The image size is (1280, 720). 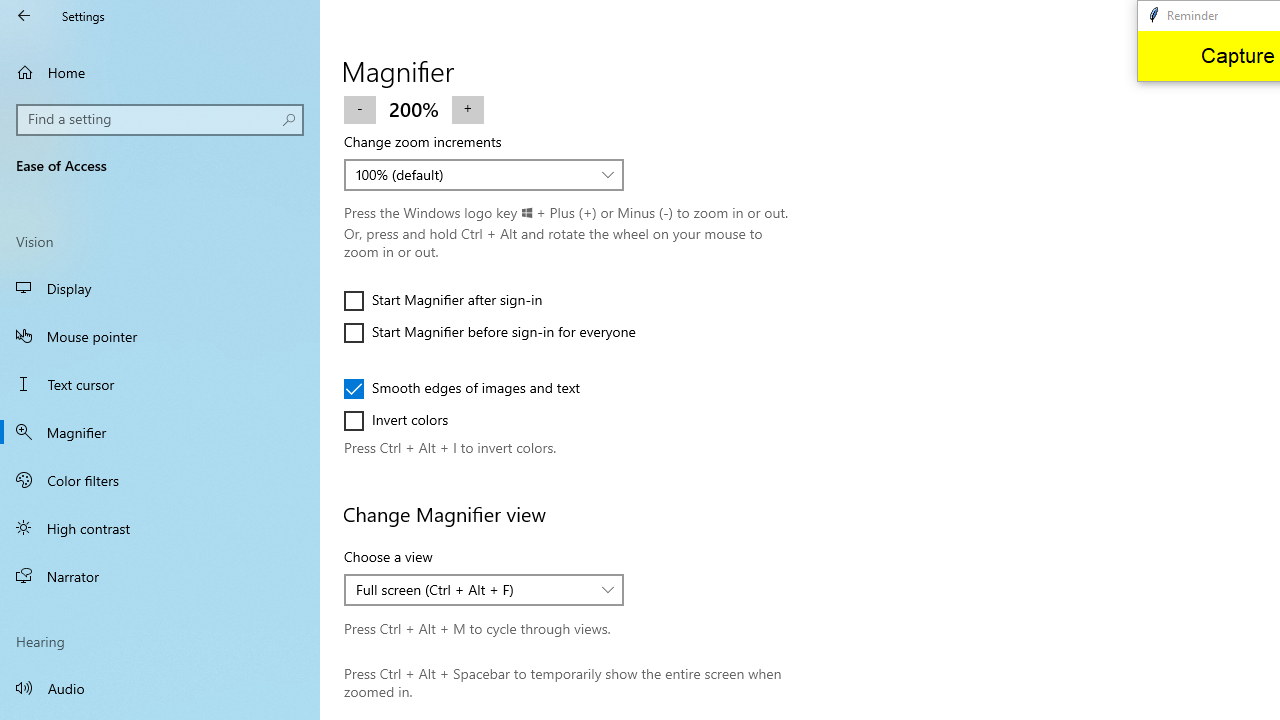 I want to click on 'Zoom in', so click(x=466, y=108).